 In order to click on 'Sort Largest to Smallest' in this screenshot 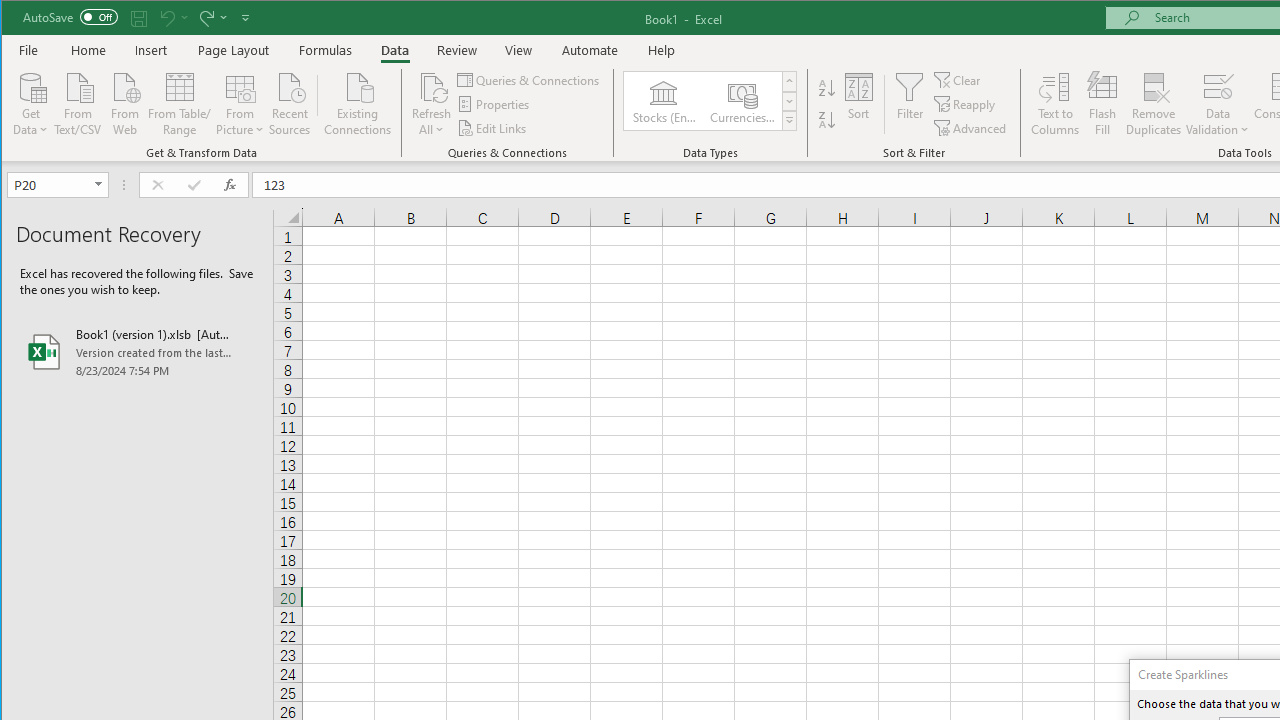, I will do `click(827, 120)`.